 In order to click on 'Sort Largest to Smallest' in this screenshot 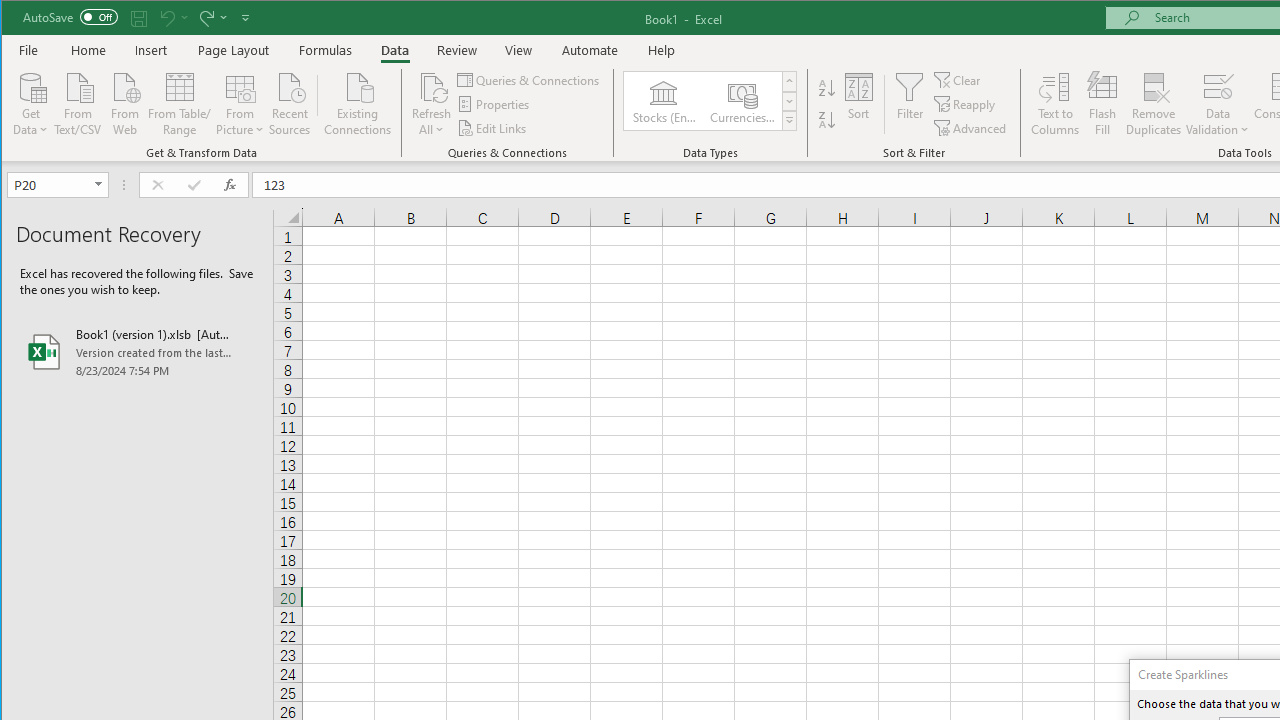, I will do `click(827, 120)`.